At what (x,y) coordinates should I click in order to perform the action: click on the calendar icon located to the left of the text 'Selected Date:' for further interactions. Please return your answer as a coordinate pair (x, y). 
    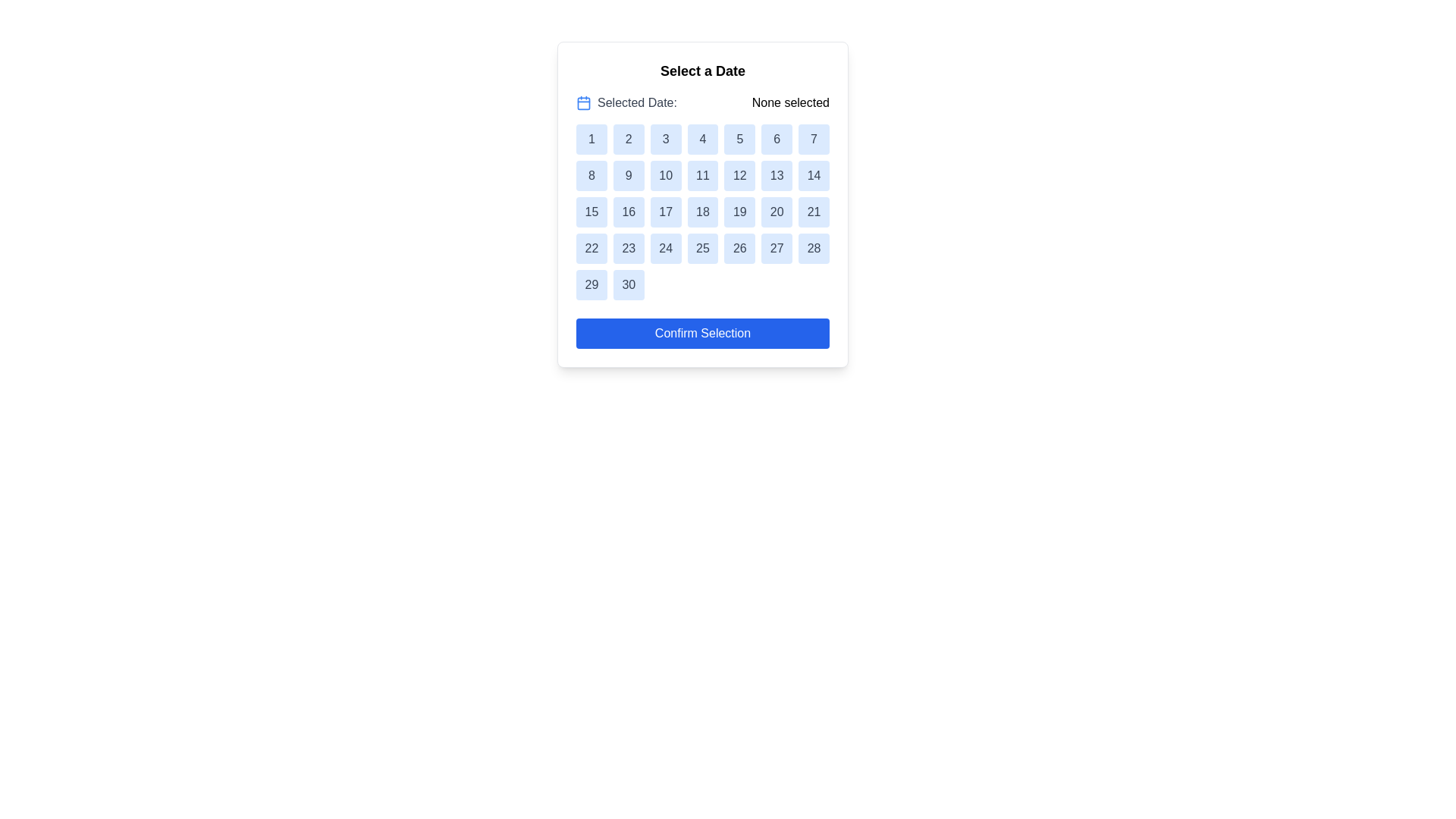
    Looking at the image, I should click on (582, 102).